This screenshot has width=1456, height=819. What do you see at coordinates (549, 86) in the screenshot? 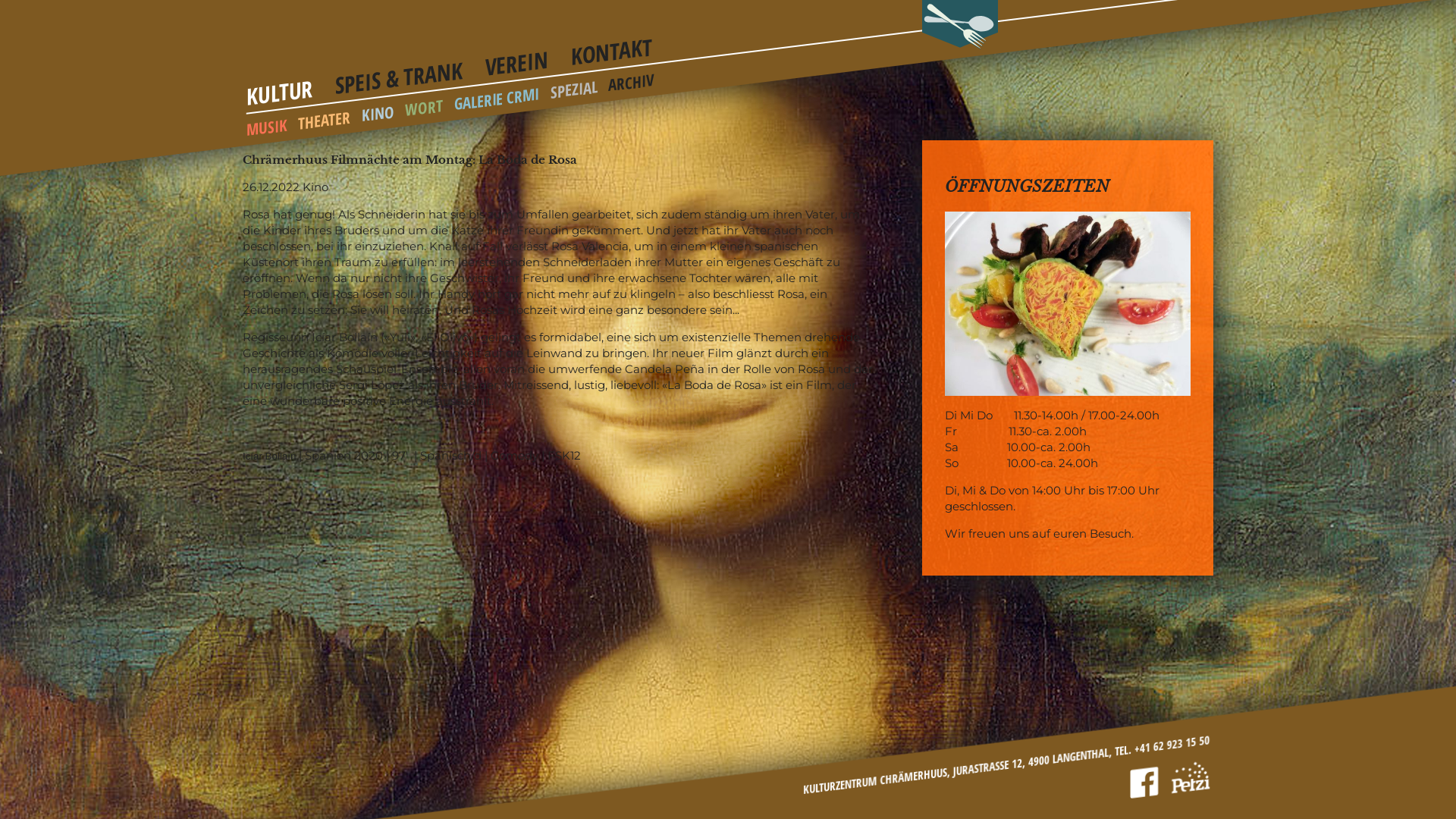
I see `'SPEZIAL'` at bounding box center [549, 86].